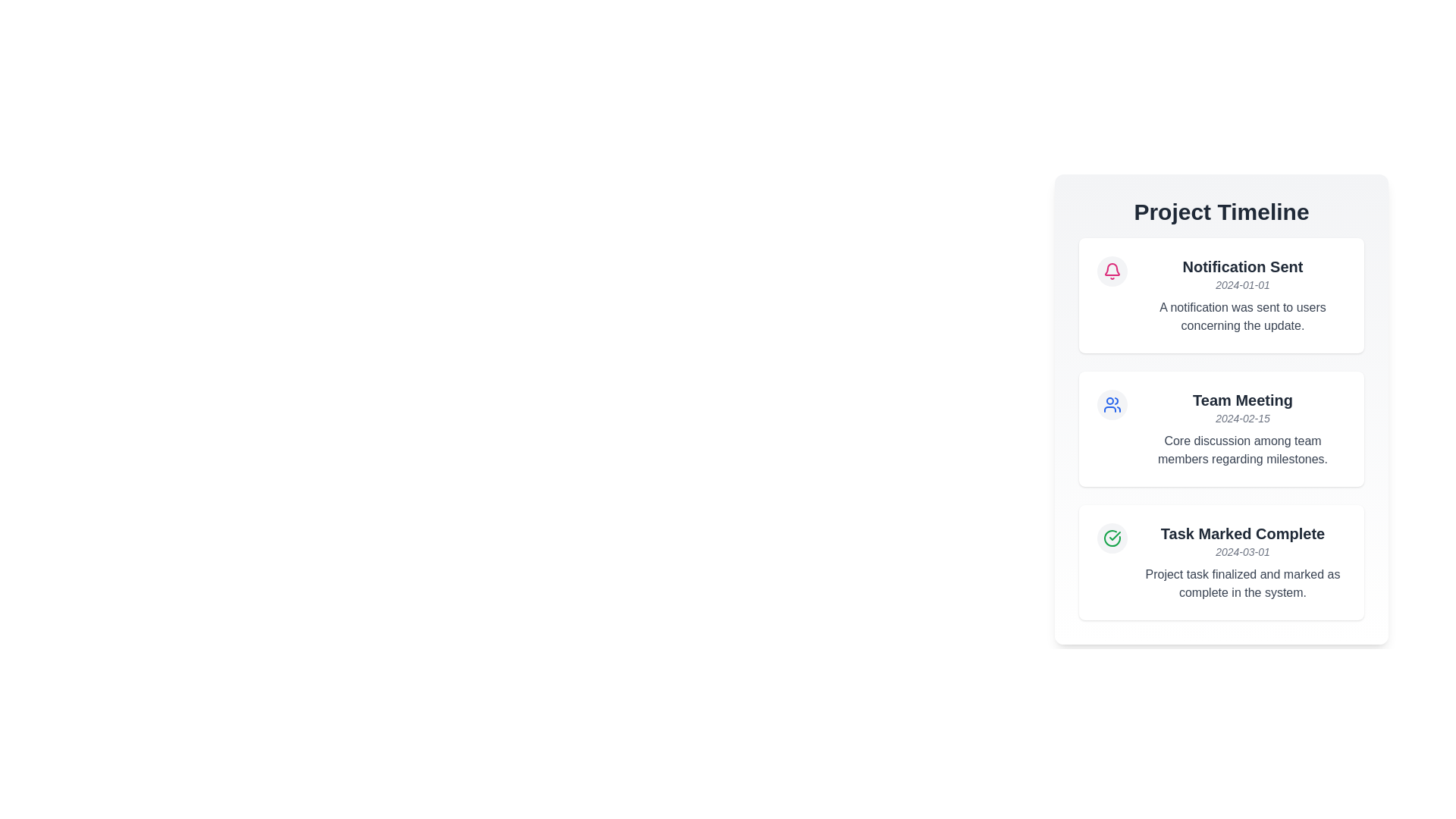  I want to click on the timestamp text label that indicates the date associated with the task completion, positioned below 'Task Marked Complete' and above the description 'Project task finalized and marked as complete in the system.', so click(1242, 552).